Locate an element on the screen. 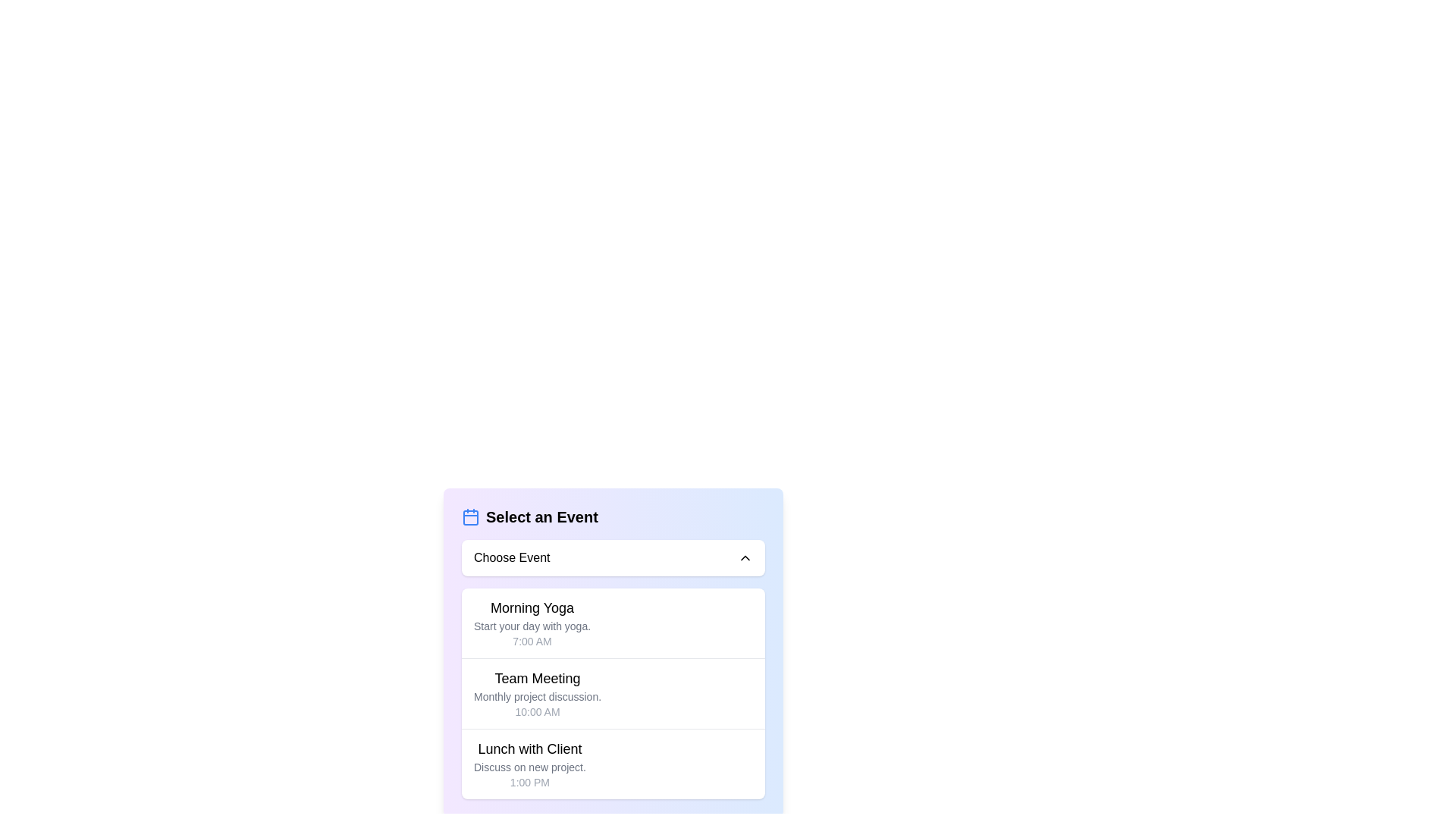 The image size is (1456, 819). the descriptive text label that reads 'Monthly project discussion.' which is styled in gray and located within the event card's second row is located at coordinates (538, 696).